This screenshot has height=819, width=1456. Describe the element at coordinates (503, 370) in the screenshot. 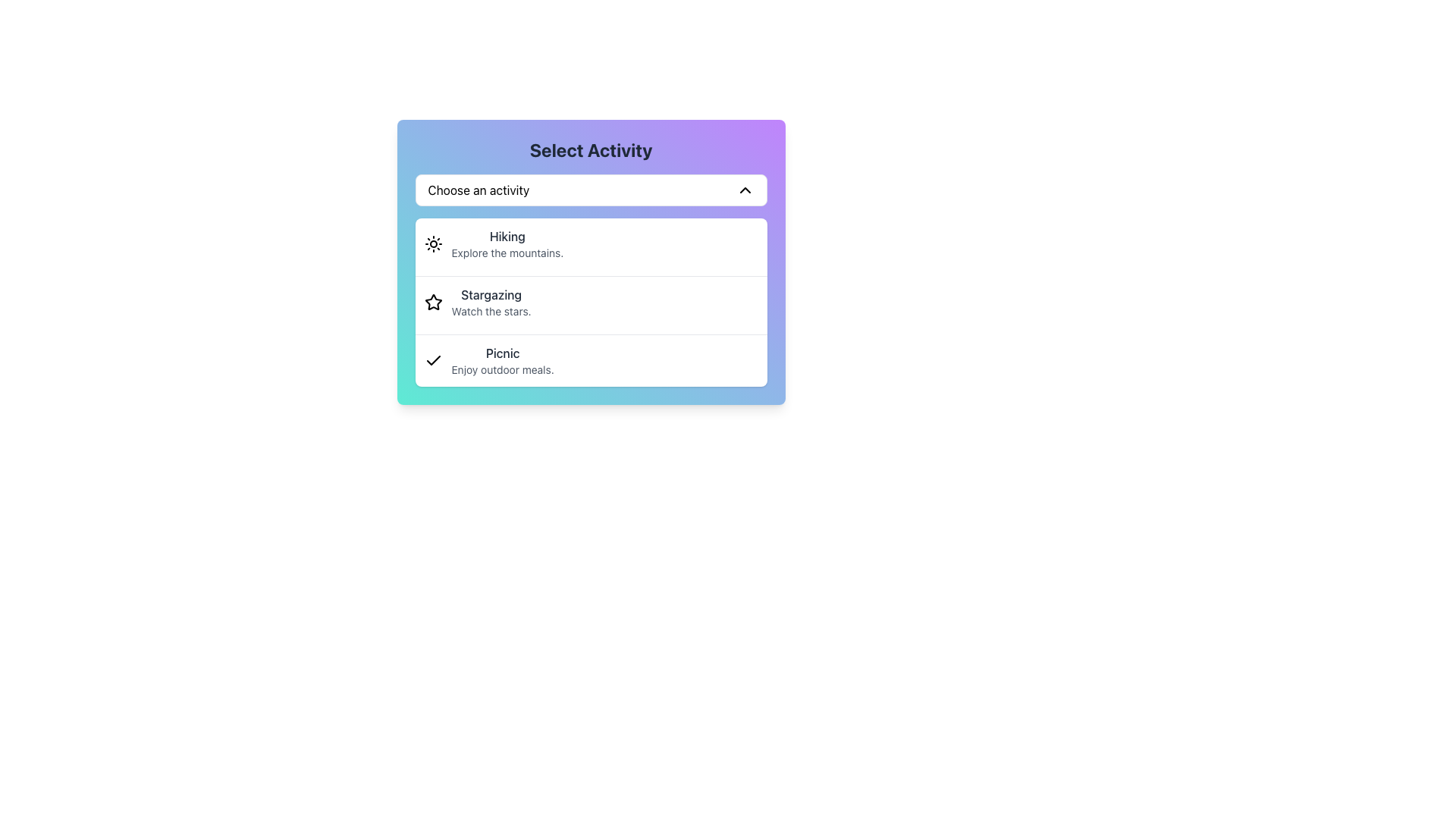

I see `text label that says 'Enjoy outdoor meals.' located below the 'Picnic' option in the dropdown under 'Select Activity'` at that location.